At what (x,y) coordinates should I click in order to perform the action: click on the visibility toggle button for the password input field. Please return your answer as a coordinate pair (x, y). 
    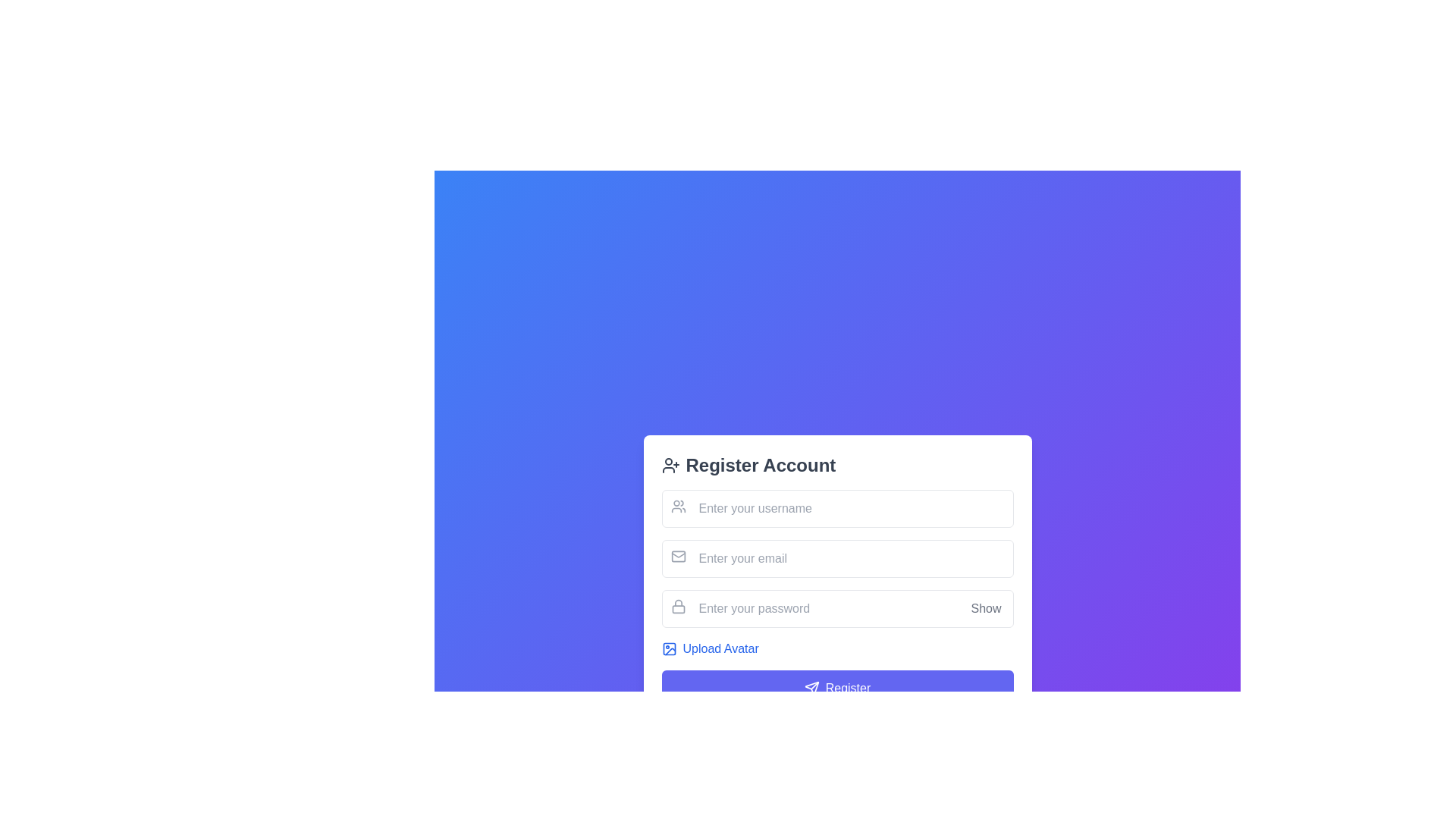
    Looking at the image, I should click on (986, 607).